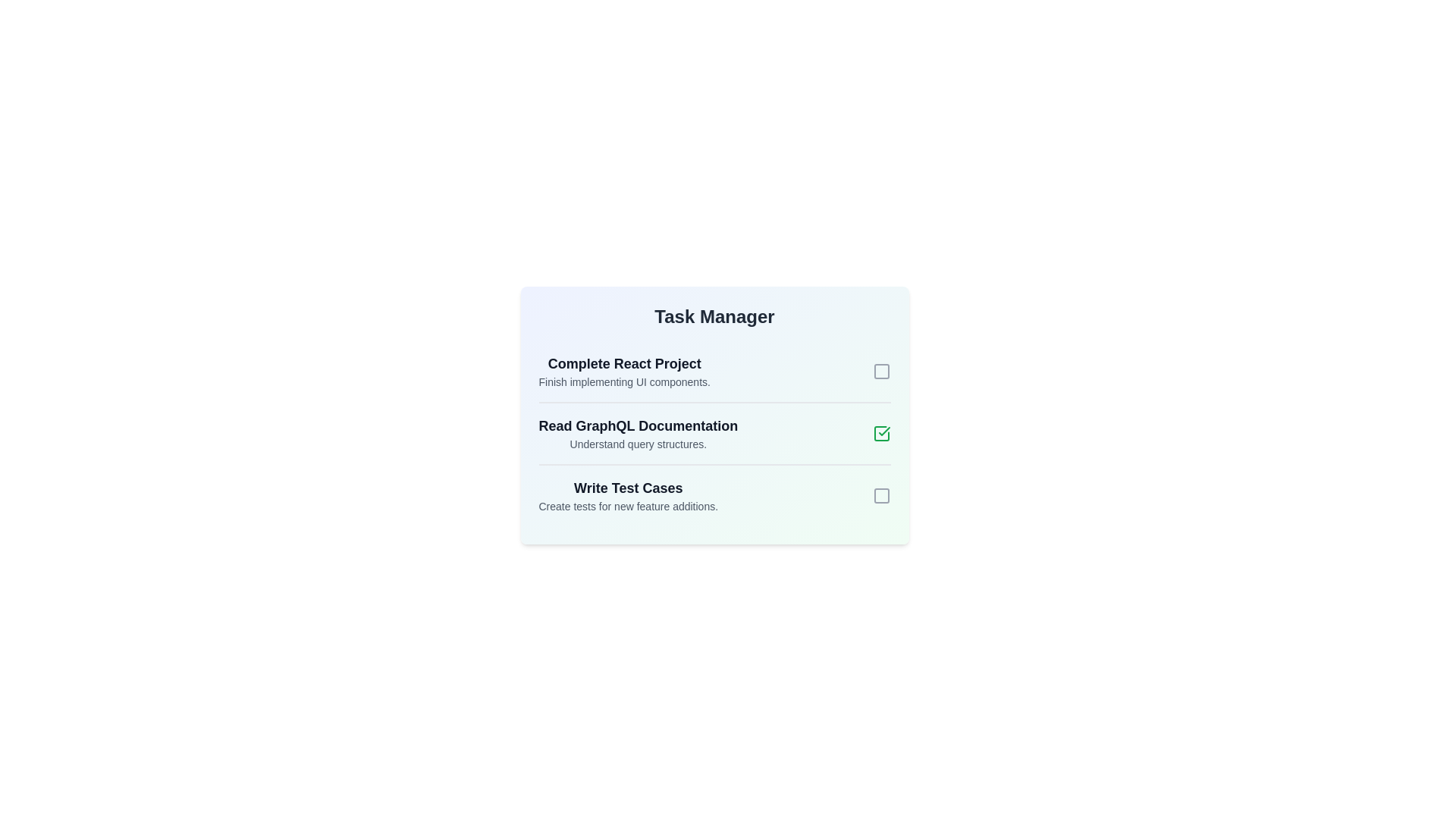  Describe the element at coordinates (714, 416) in the screenshot. I see `the task list container to focus on it` at that location.